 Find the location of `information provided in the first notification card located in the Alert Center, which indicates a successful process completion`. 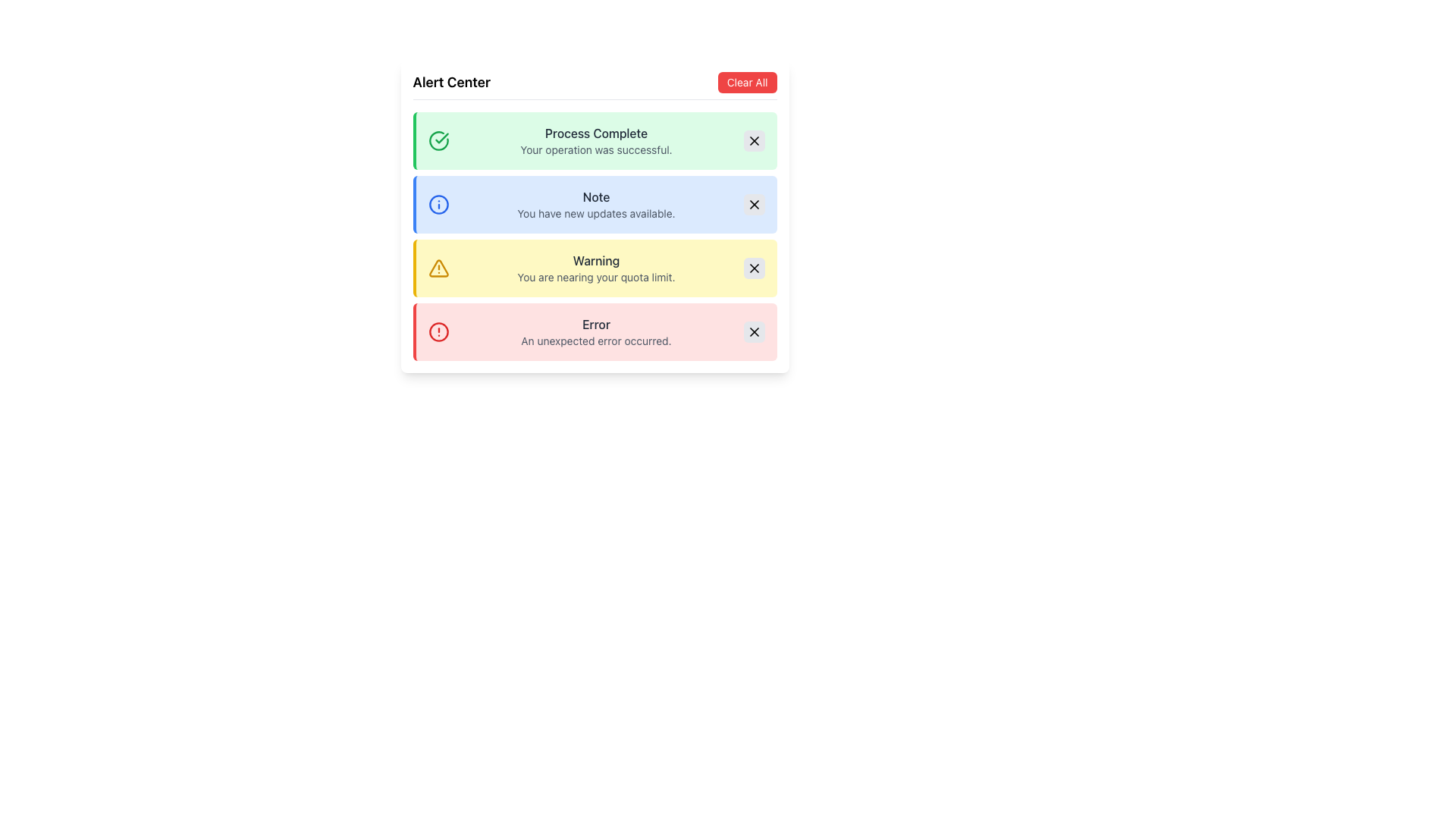

information provided in the first notification card located in the Alert Center, which indicates a successful process completion is located at coordinates (594, 140).